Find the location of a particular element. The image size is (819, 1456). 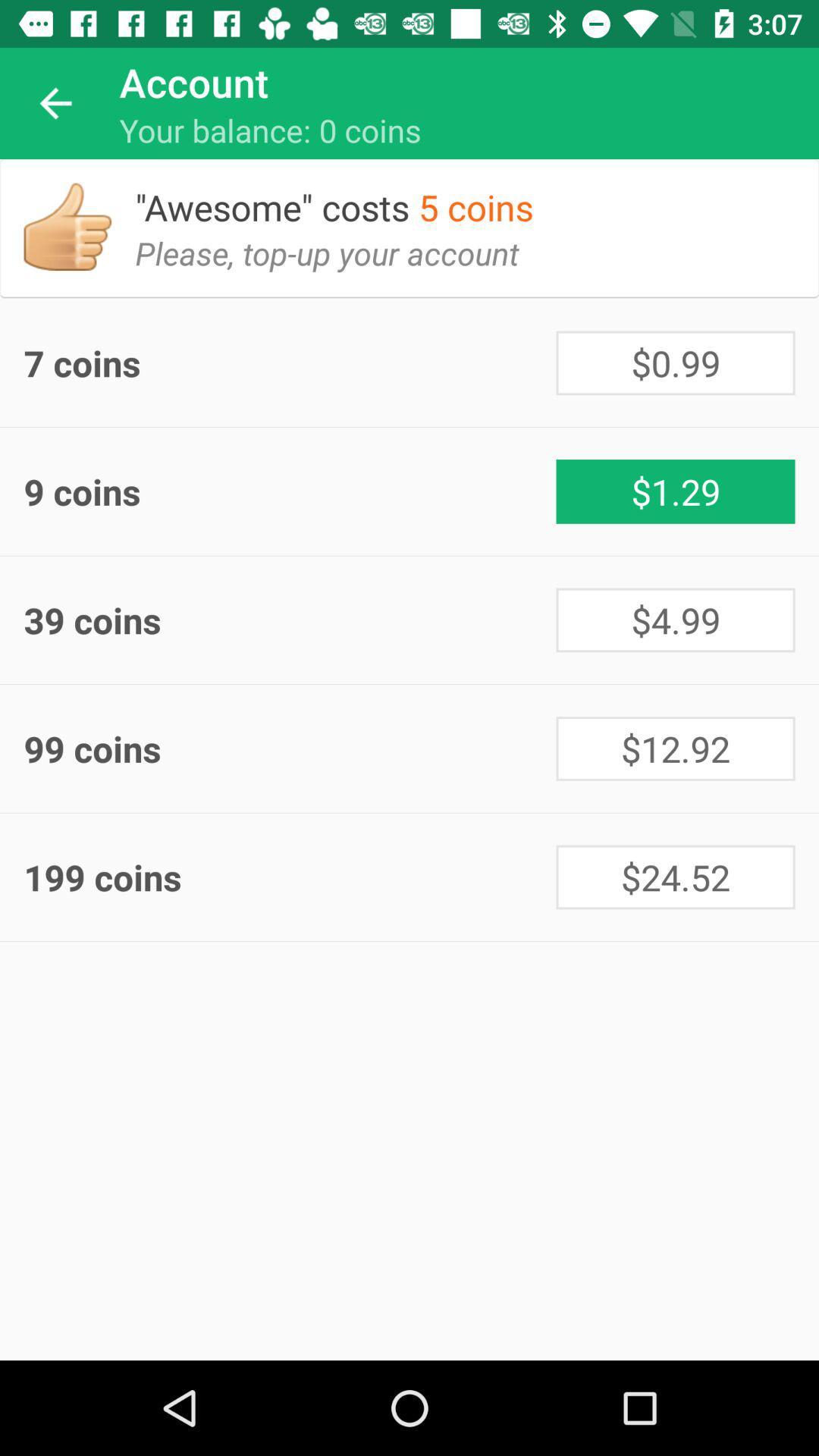

the item next to the $4.99 is located at coordinates (290, 620).